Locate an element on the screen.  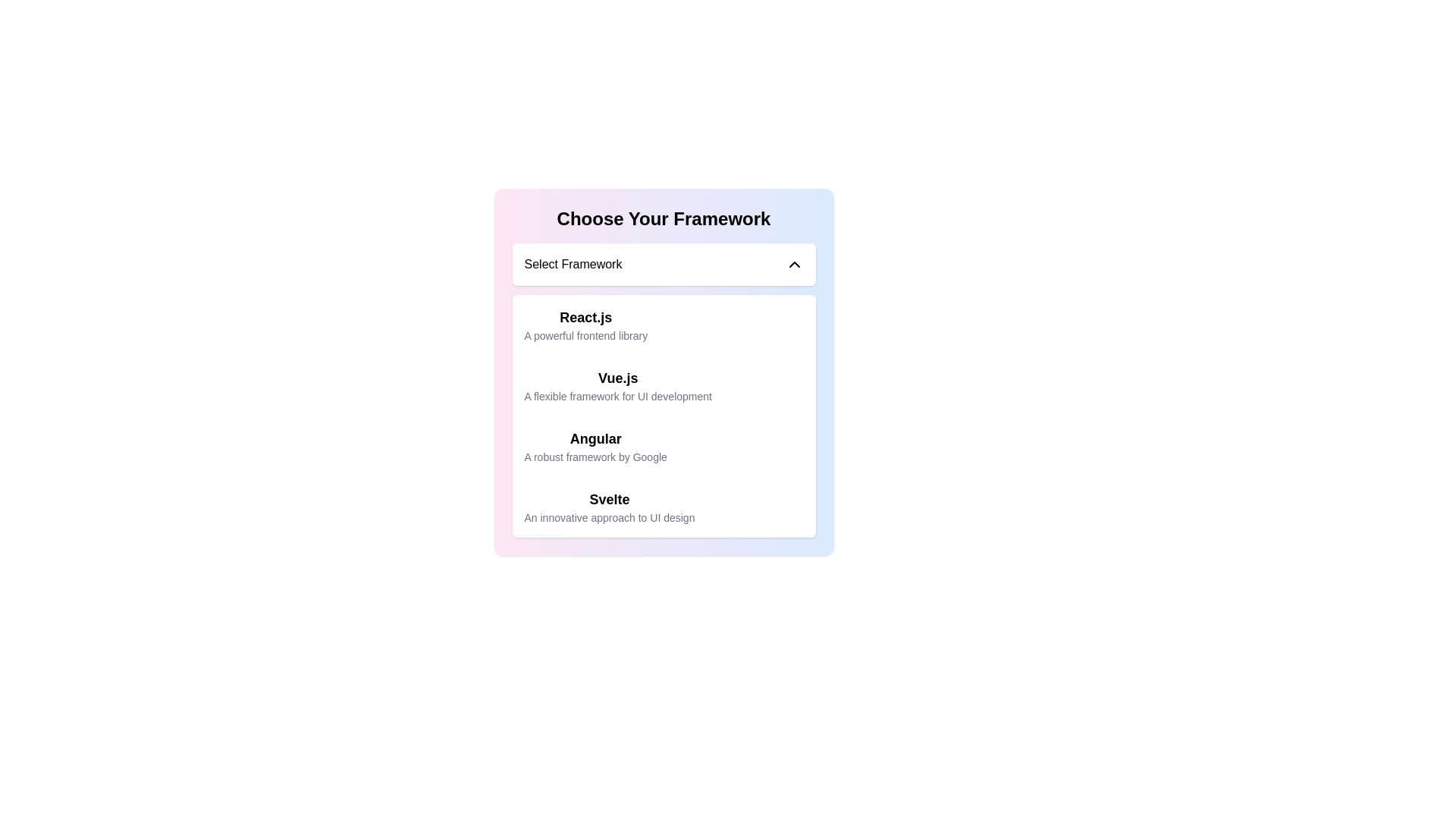
the text snippet that reads 'A robust framework by Google', which is styled in a small gray font and positioned directly below the 'Angular' header in the framework selection interface is located at coordinates (595, 456).